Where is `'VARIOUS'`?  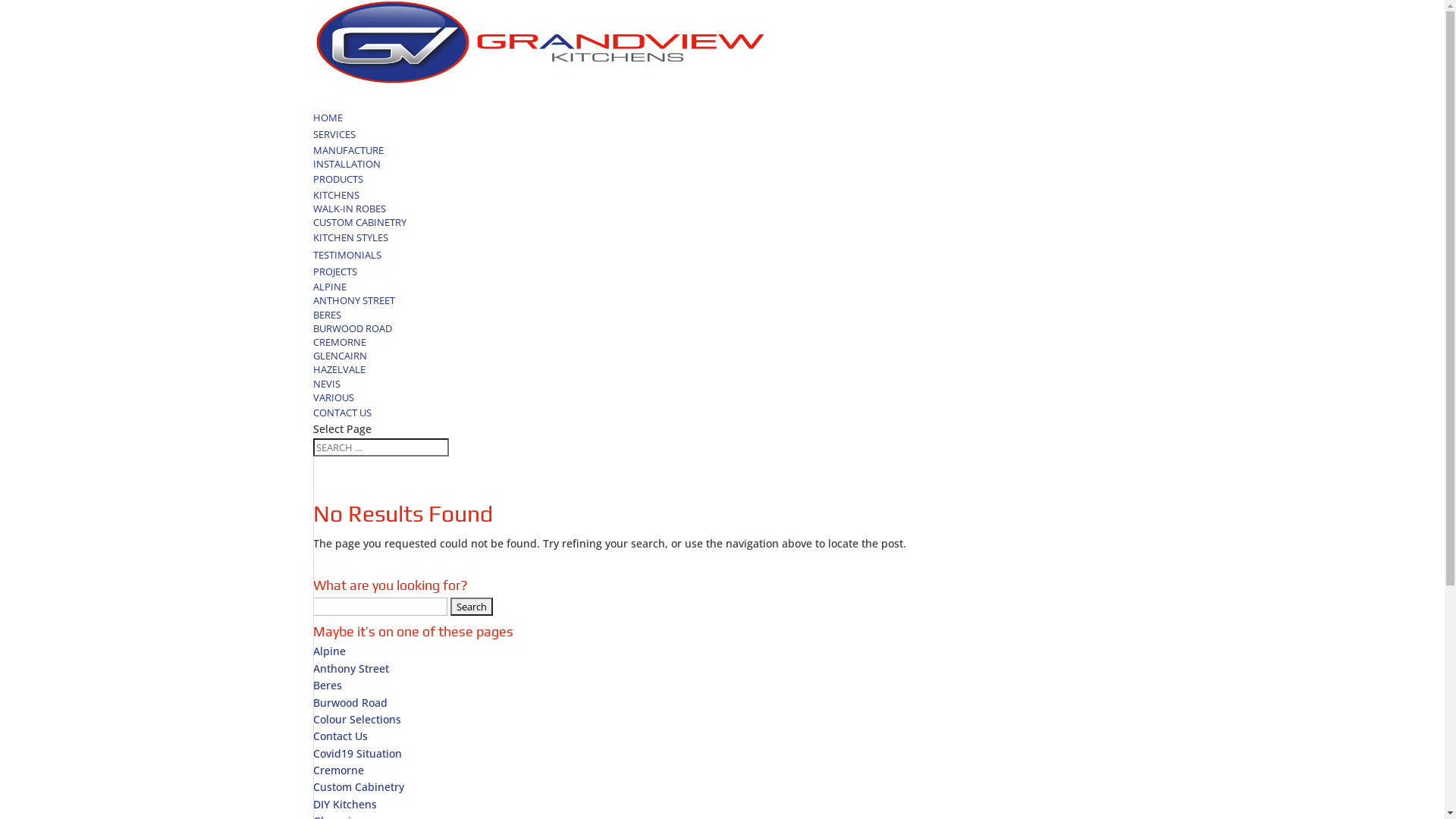 'VARIOUS' is located at coordinates (331, 397).